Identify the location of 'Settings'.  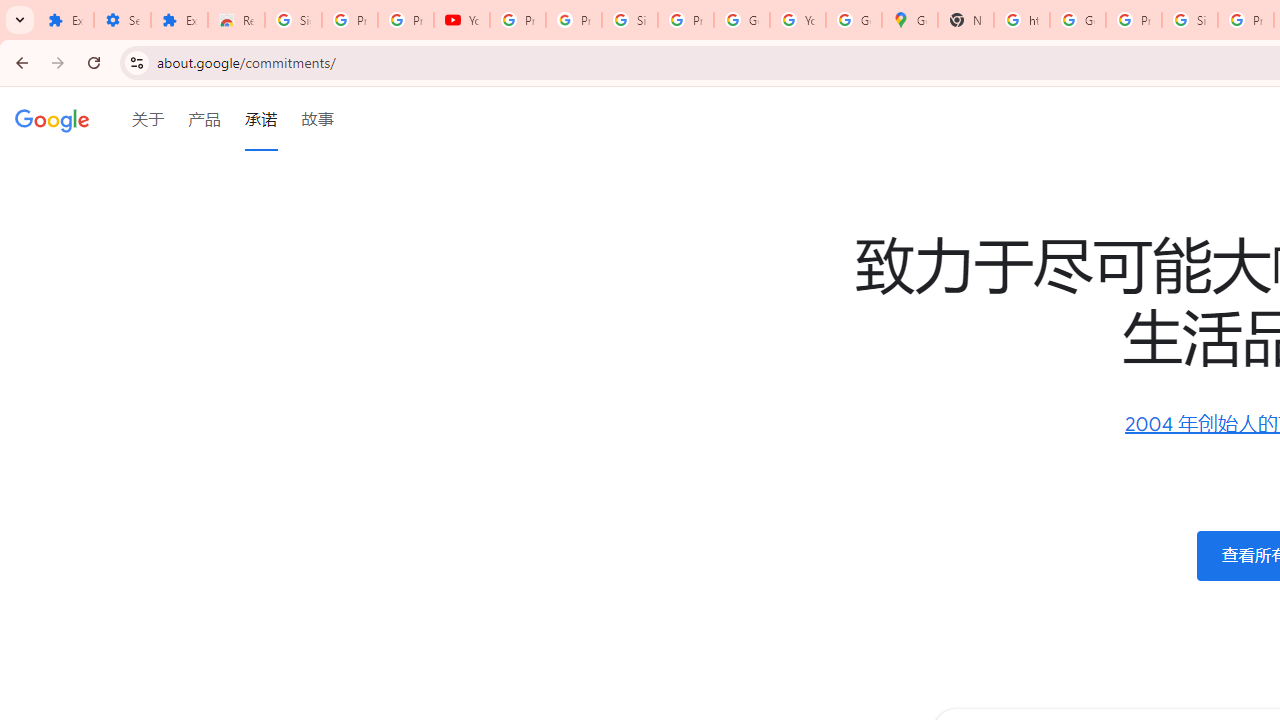
(121, 20).